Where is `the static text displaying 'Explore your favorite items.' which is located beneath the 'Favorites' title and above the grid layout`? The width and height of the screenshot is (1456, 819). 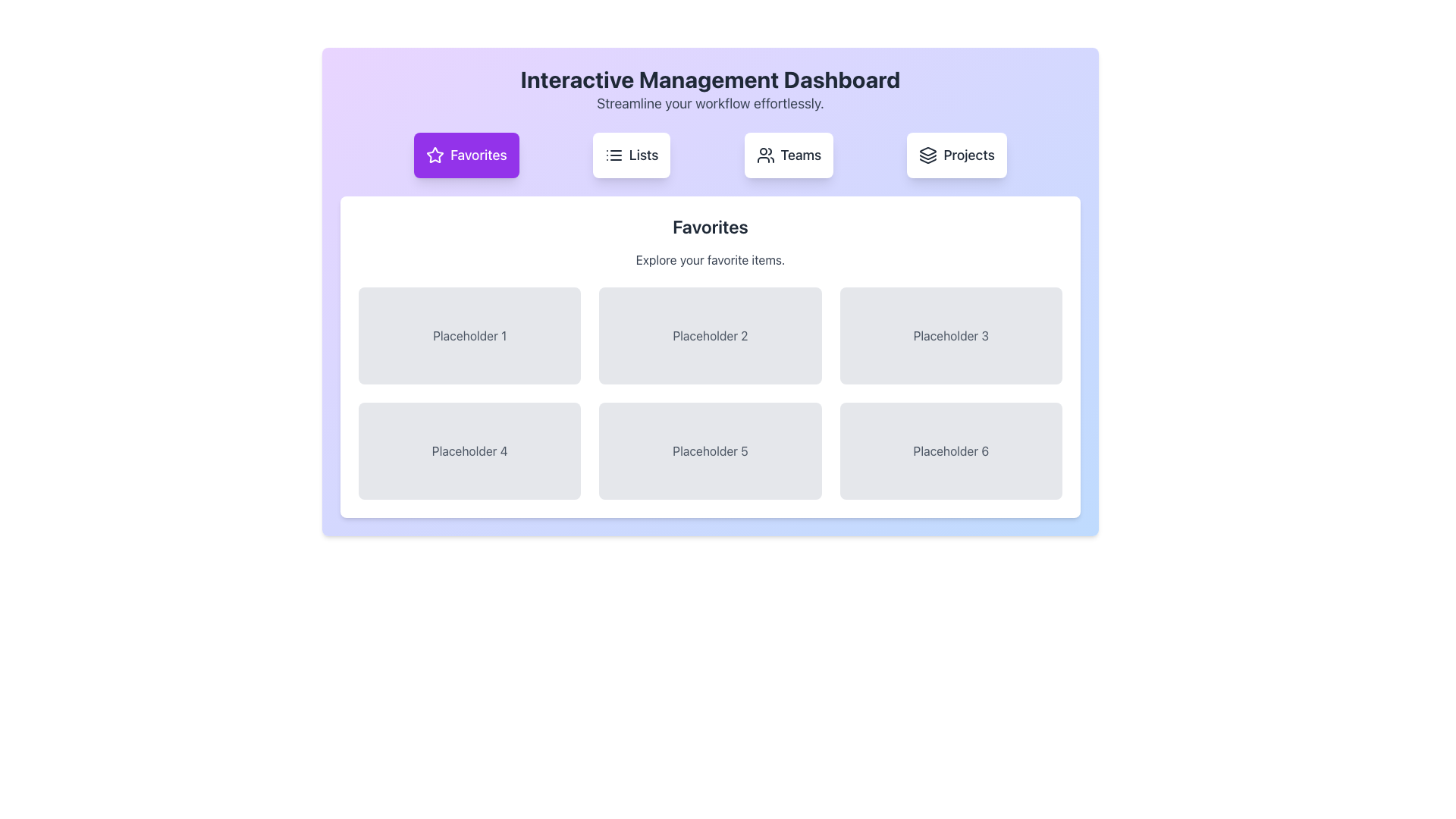 the static text displaying 'Explore your favorite items.' which is located beneath the 'Favorites' title and above the grid layout is located at coordinates (709, 259).